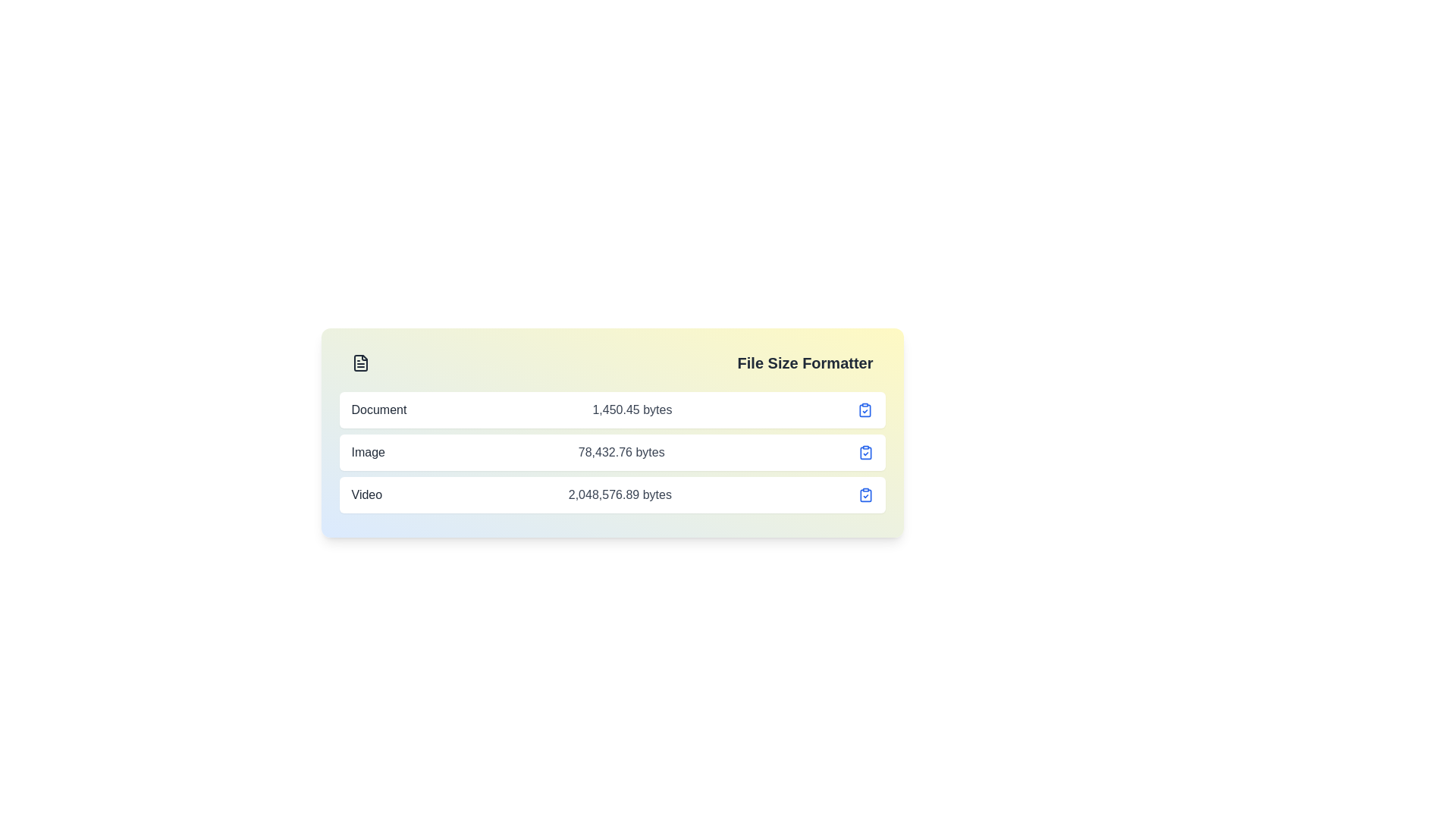 This screenshot has height=819, width=1456. I want to click on the 'Video' text label, which is styled in a medium-weight font and dark gray color, located at the bottom of a list-like structure within a card-like component, so click(366, 494).